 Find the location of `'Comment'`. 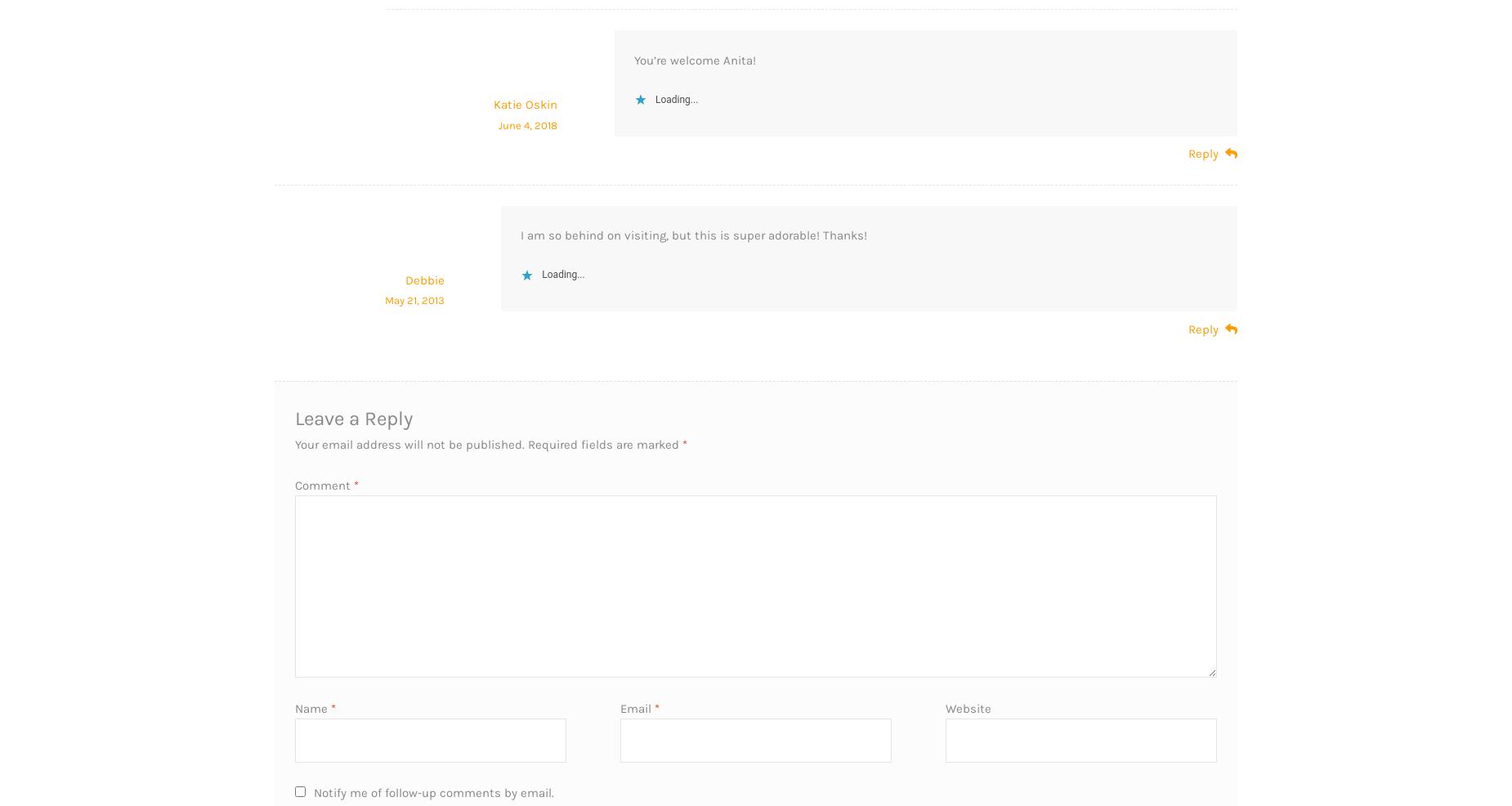

'Comment' is located at coordinates (324, 484).